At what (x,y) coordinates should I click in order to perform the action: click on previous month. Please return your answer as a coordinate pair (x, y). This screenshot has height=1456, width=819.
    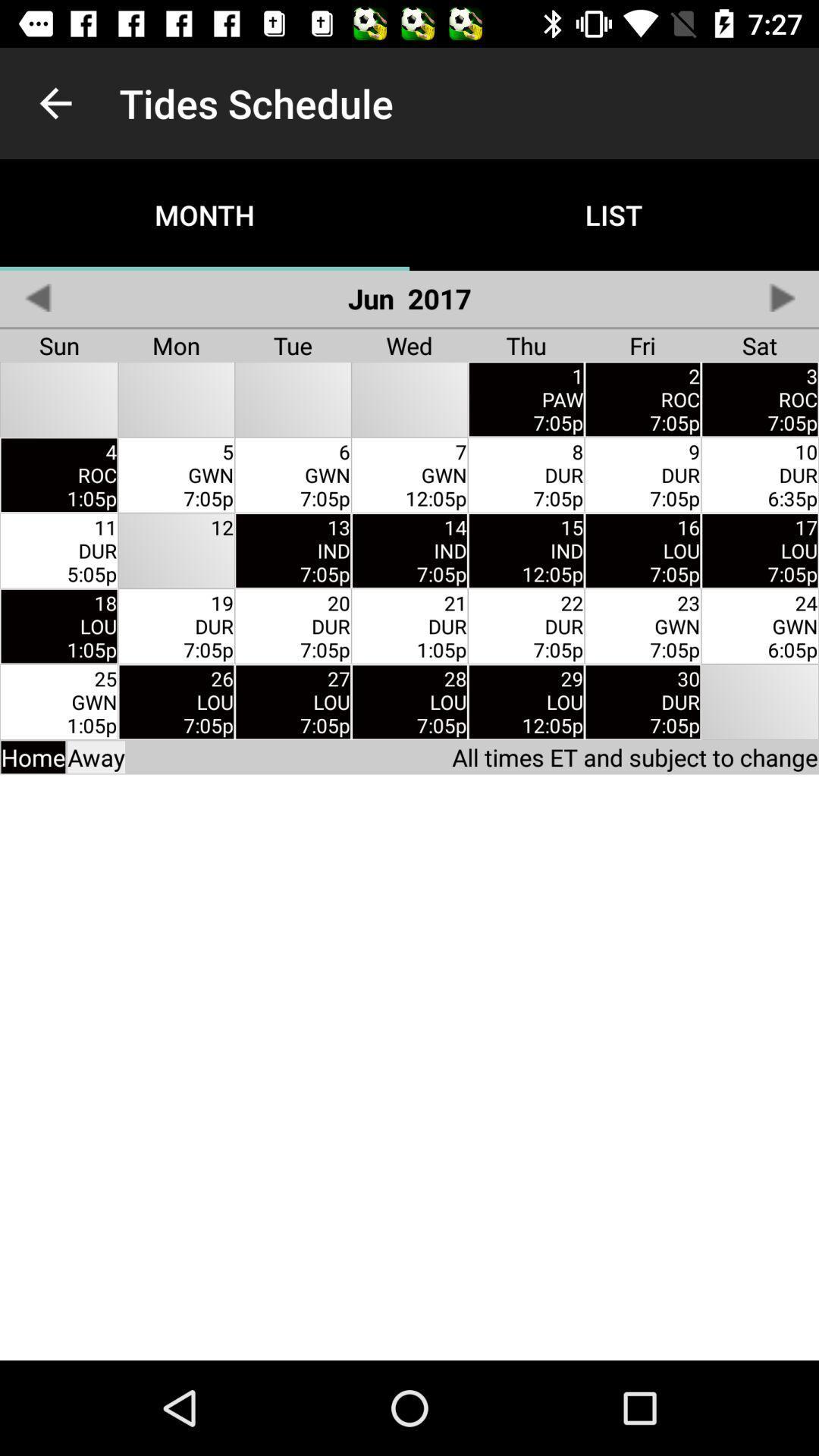
    Looking at the image, I should click on (36, 297).